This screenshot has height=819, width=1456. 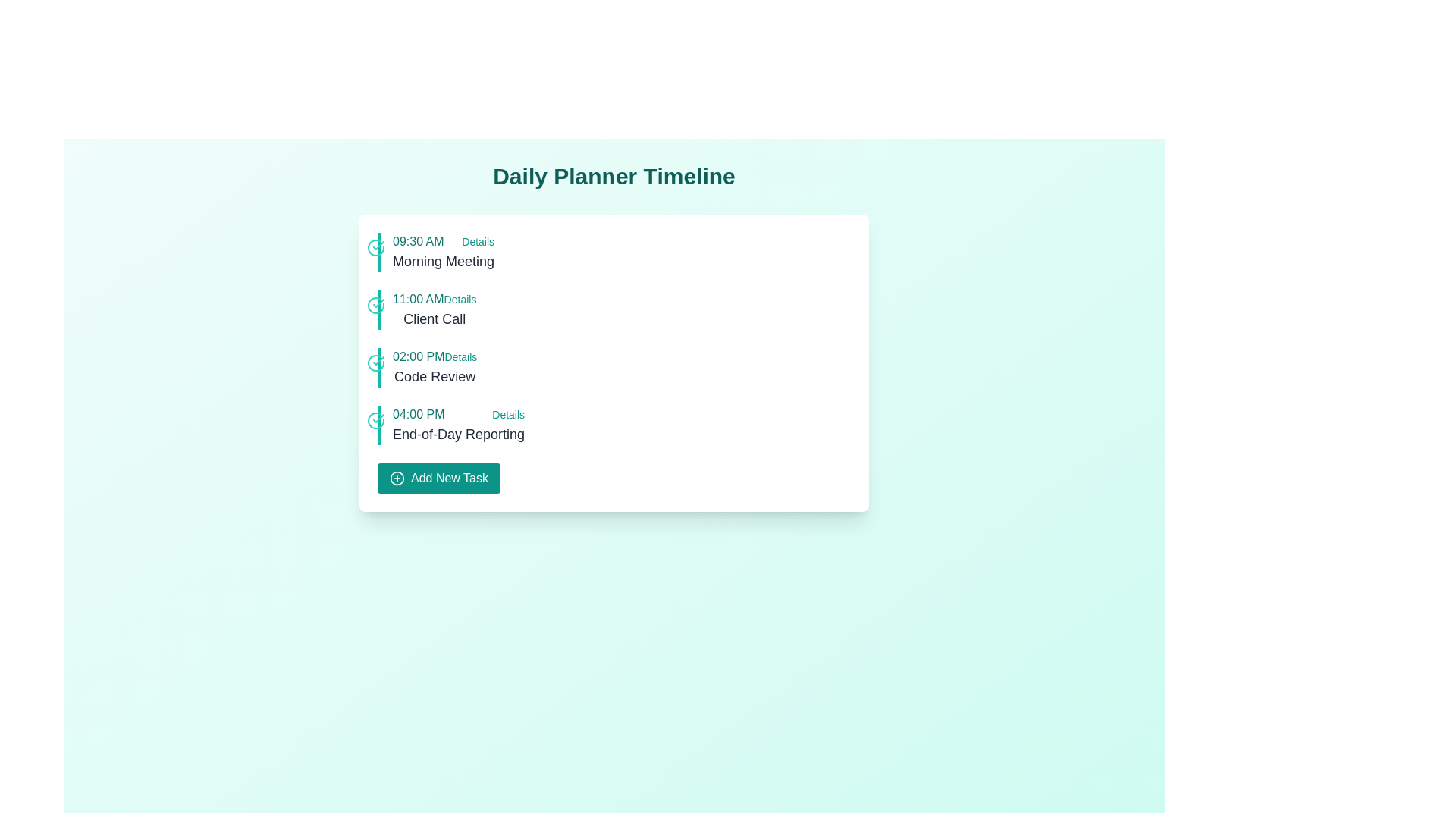 I want to click on the 'Add New Task' button, so click(x=438, y=479).